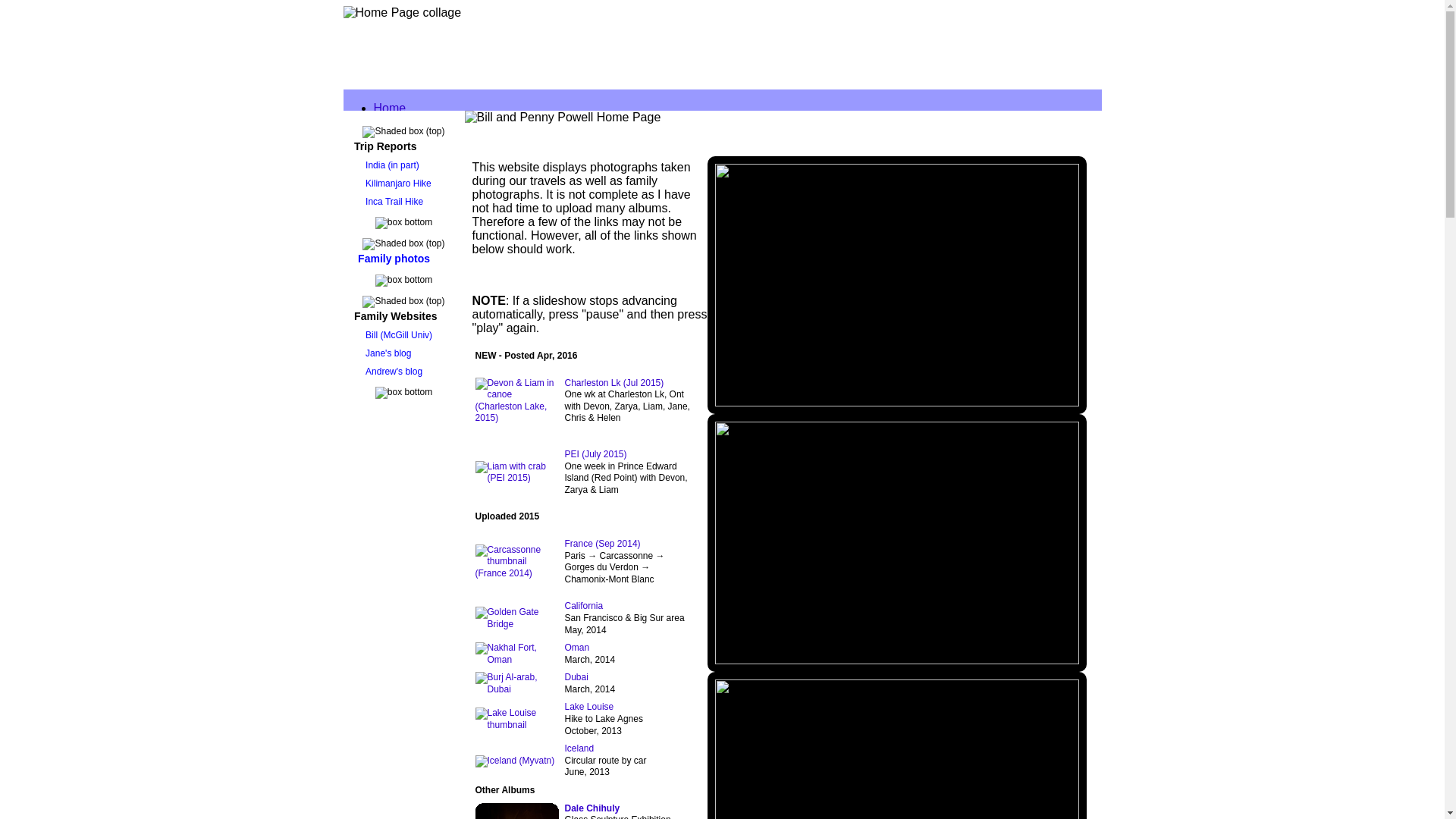  Describe the element at coordinates (563, 676) in the screenshot. I see `'Dubai'` at that location.